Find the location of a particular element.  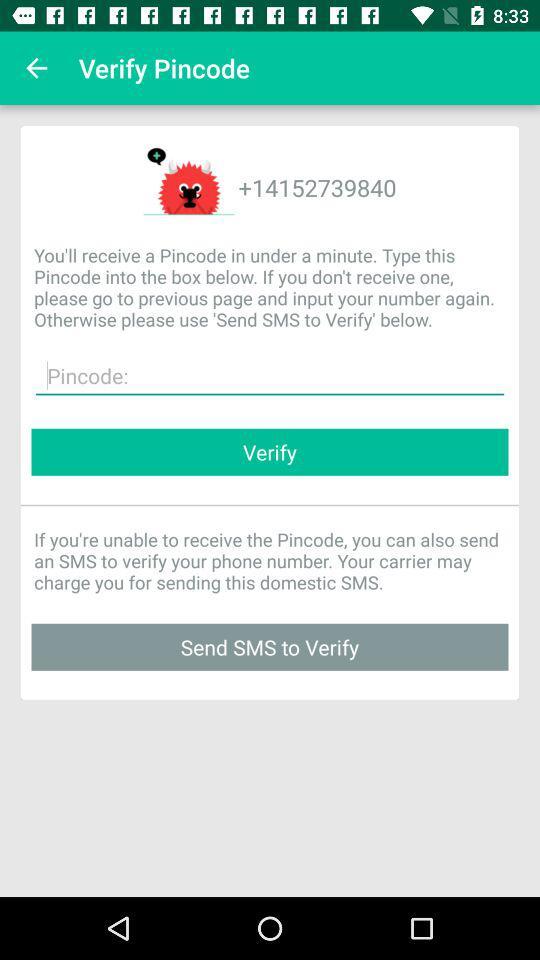

the app next to verify pincode is located at coordinates (36, 68).